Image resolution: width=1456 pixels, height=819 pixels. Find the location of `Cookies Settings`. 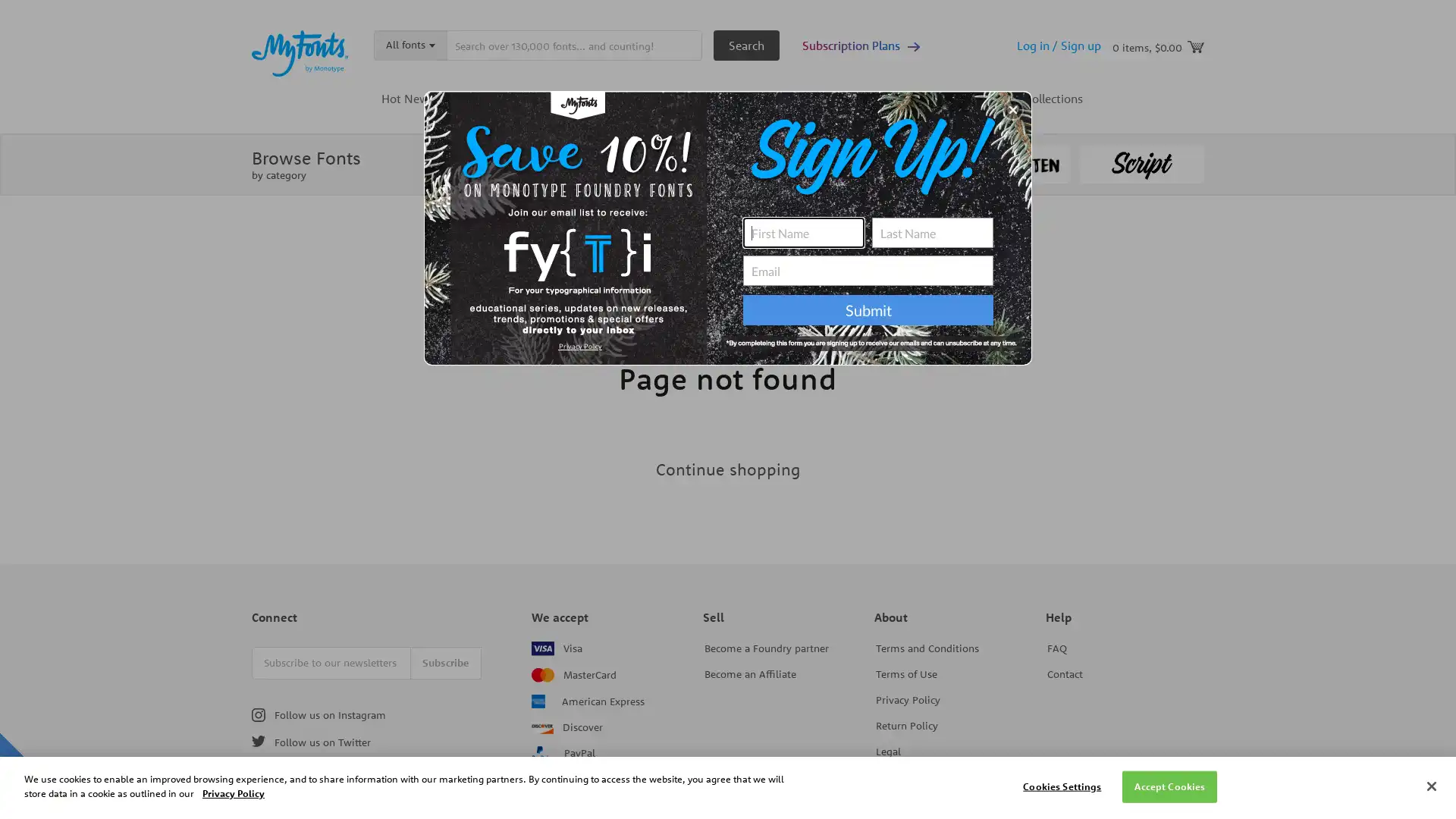

Cookies Settings is located at coordinates (1061, 786).